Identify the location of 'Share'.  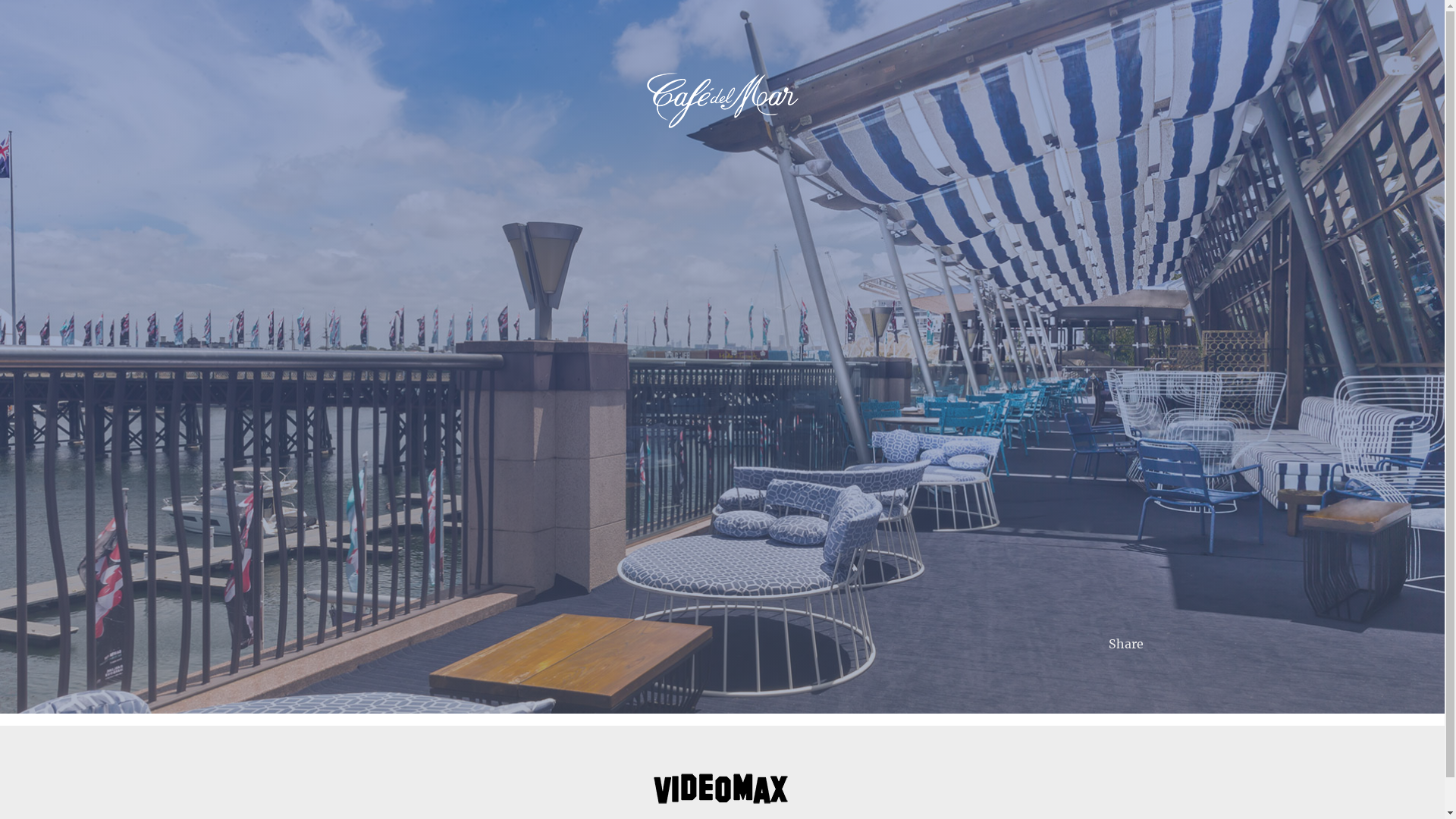
(1125, 643).